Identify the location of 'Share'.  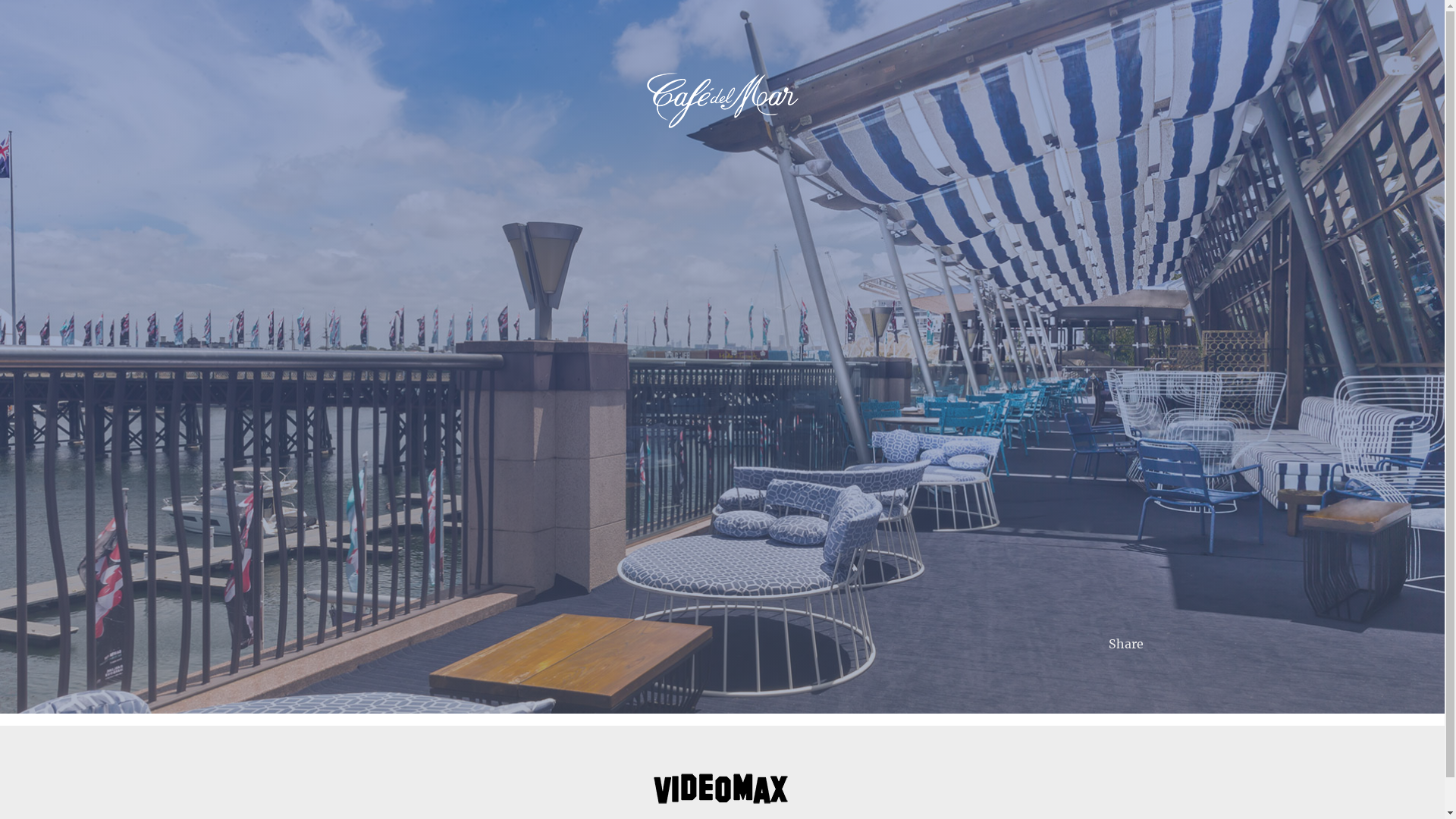
(1125, 643).